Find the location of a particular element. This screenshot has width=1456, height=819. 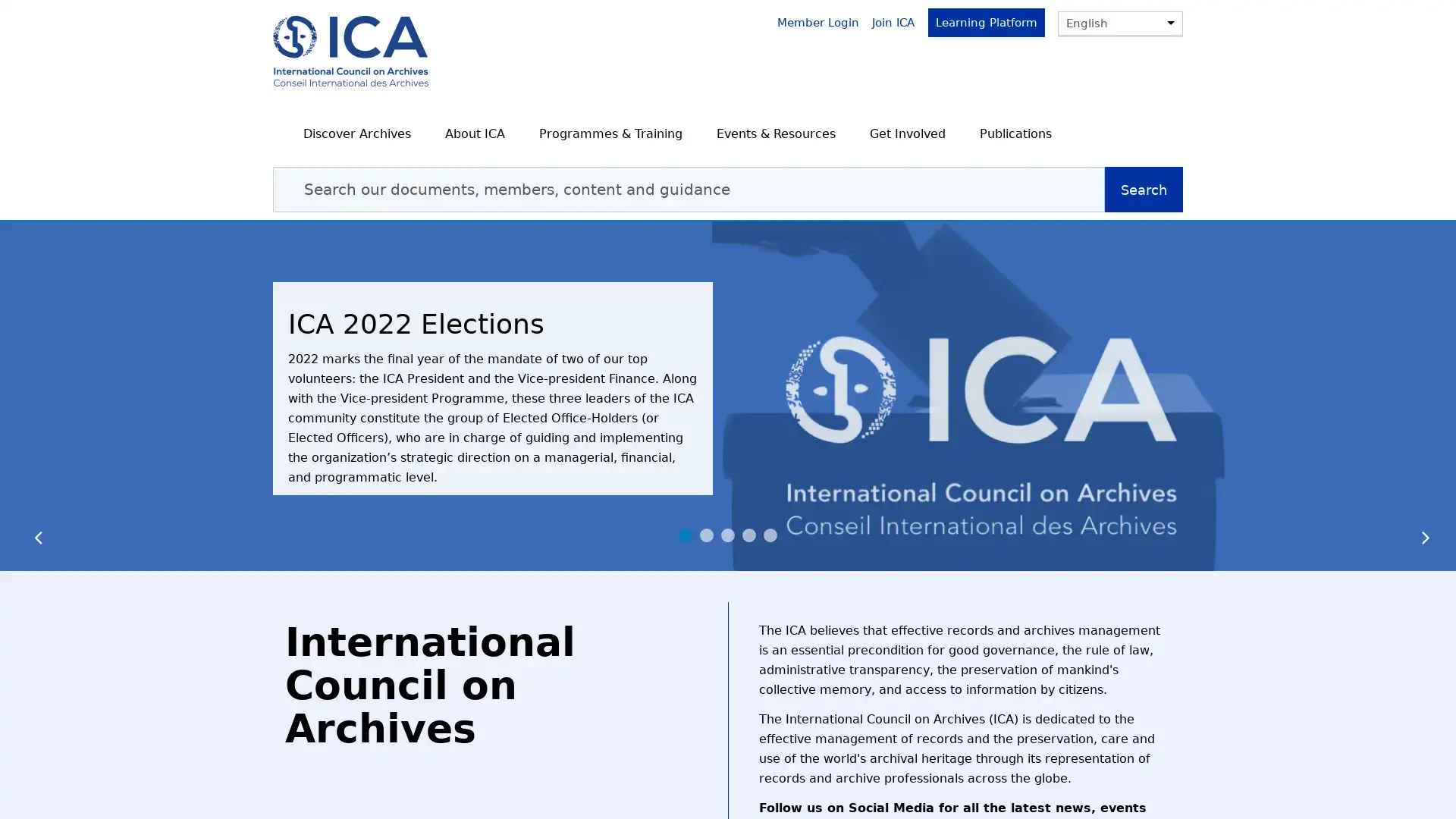

Search is located at coordinates (1144, 189).